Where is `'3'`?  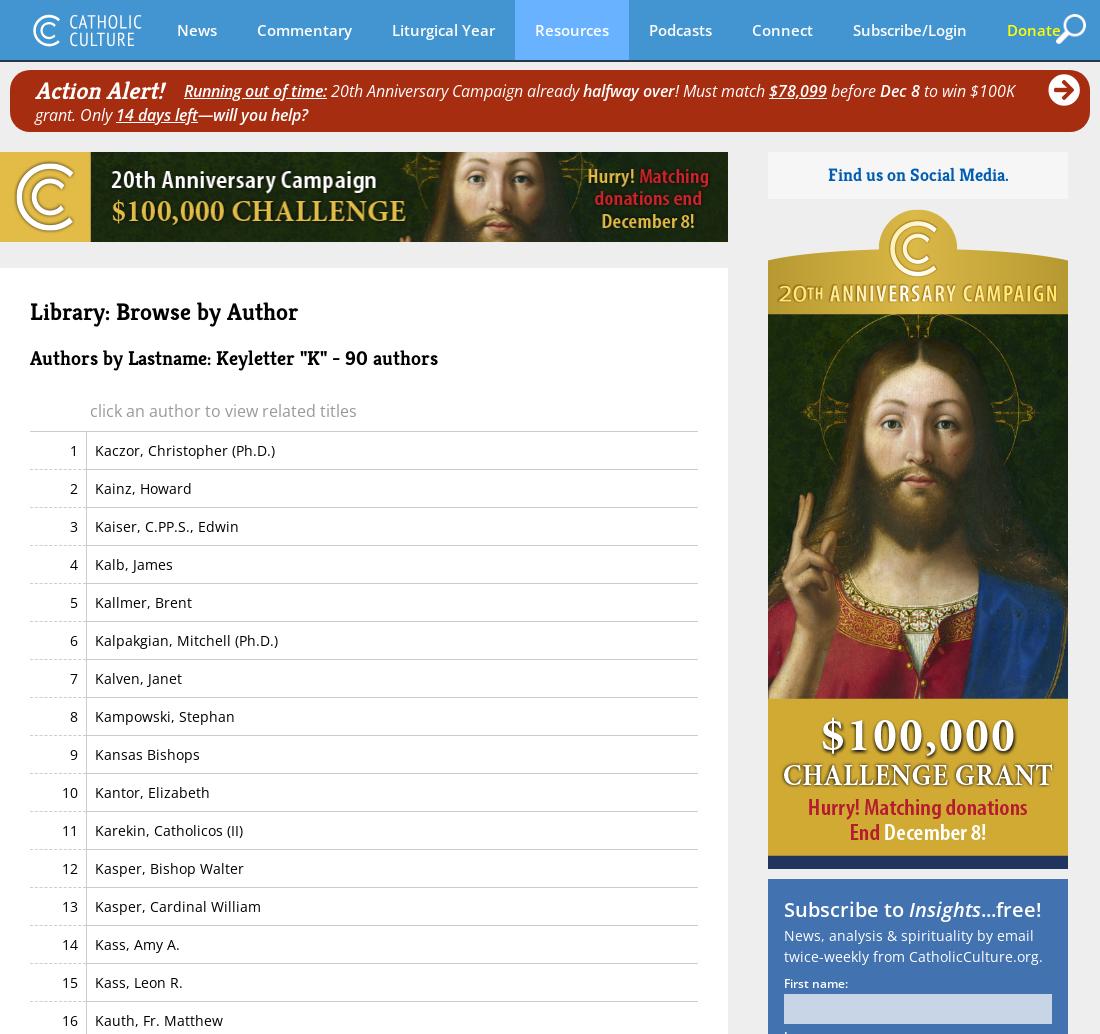
'3' is located at coordinates (68, 525).